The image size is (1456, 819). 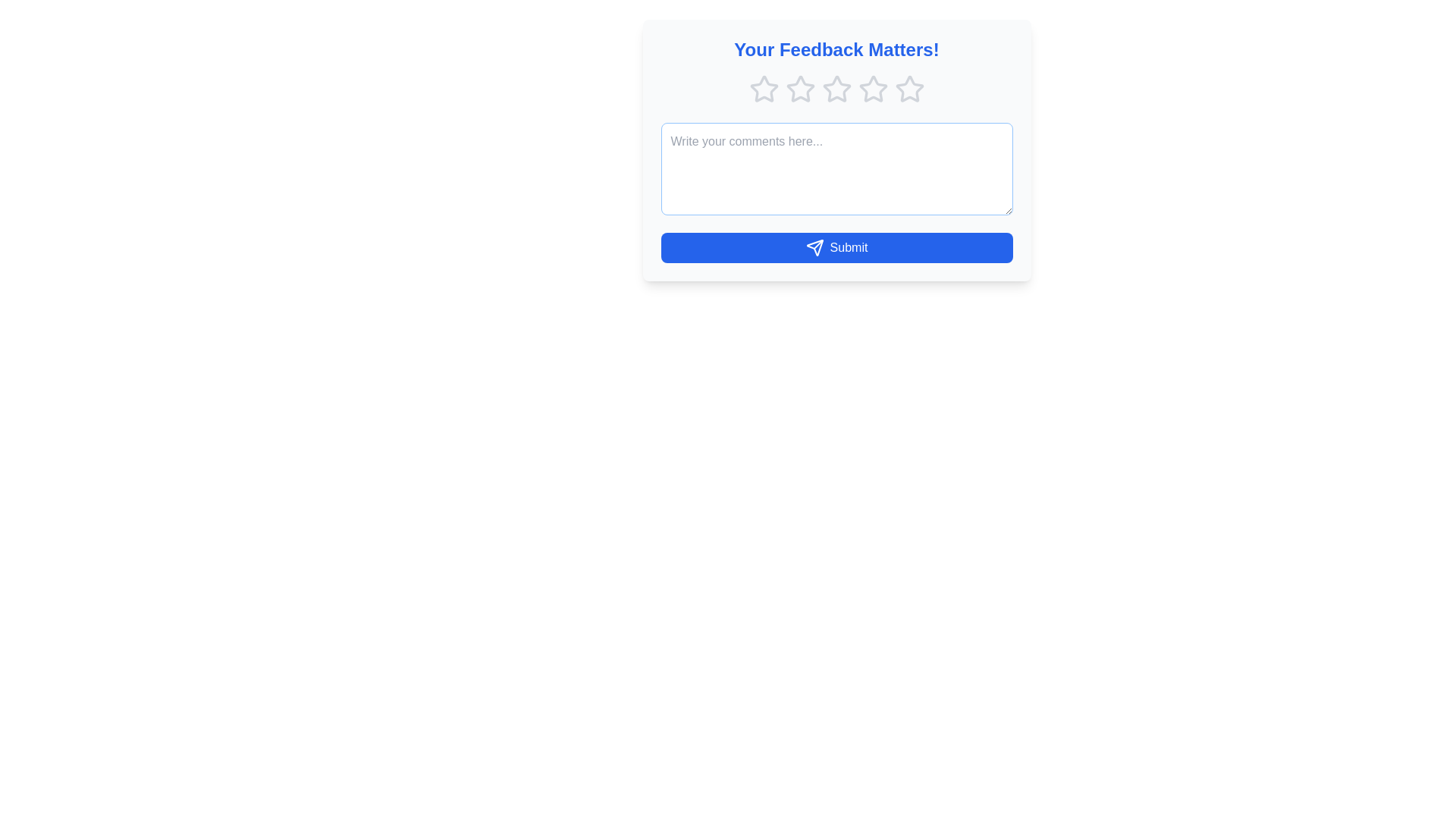 I want to click on the second star icon in the rating system to give a second-level rating, so click(x=836, y=89).